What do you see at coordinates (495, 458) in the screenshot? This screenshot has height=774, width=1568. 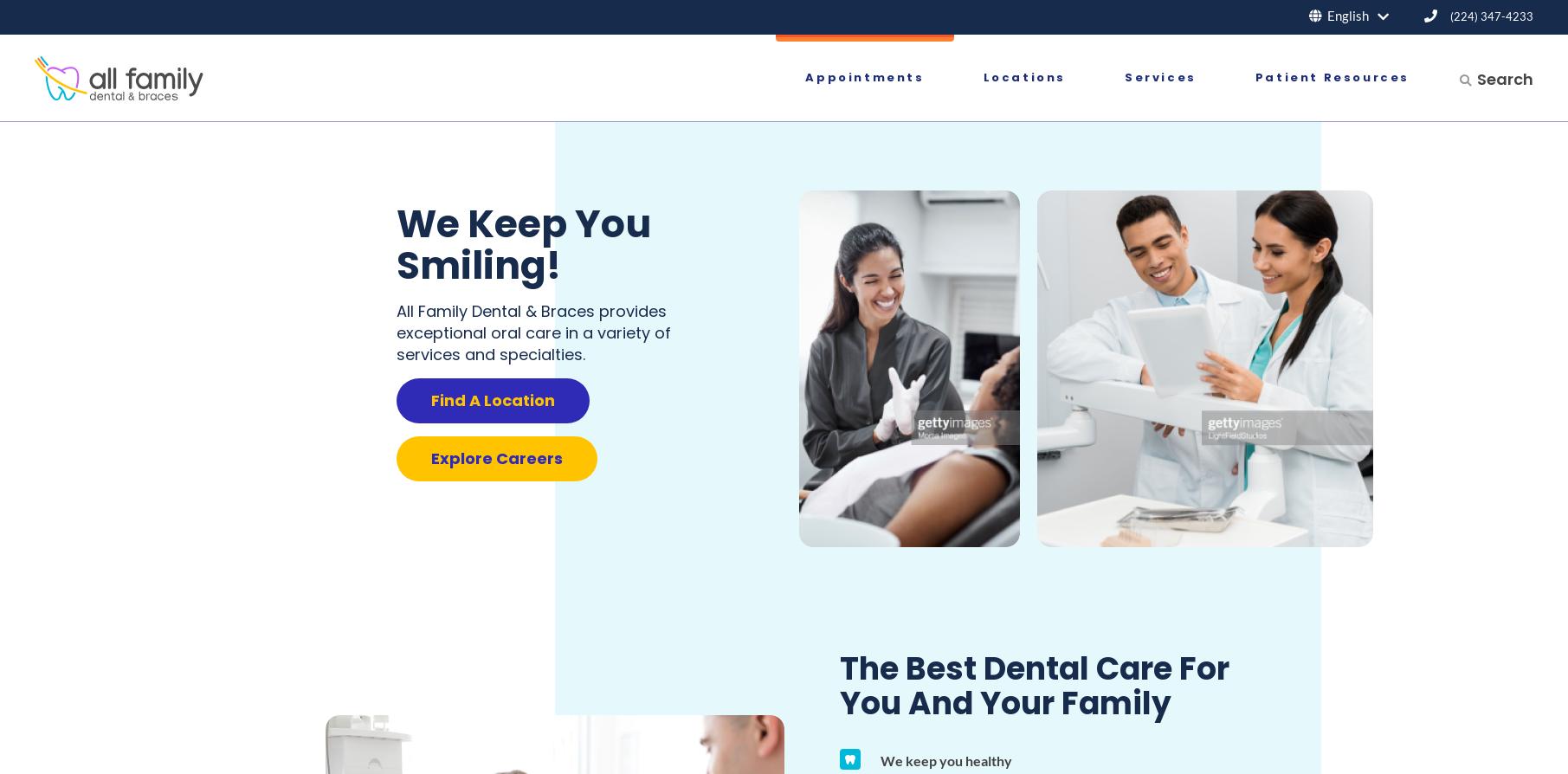 I see `'Explore Careers'` at bounding box center [495, 458].